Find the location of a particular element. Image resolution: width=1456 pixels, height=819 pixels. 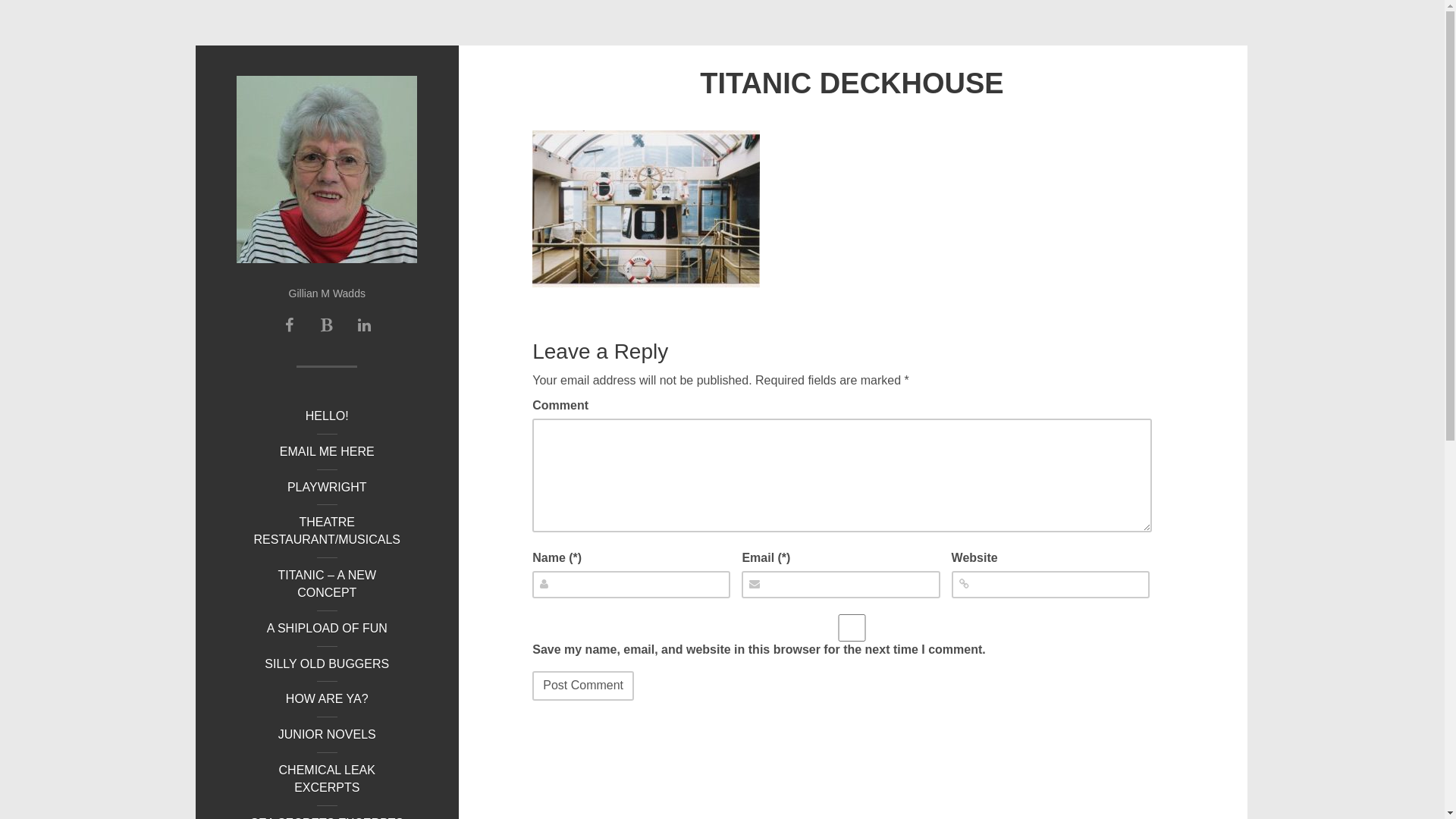

'A SHIPLOAD OF FUN' is located at coordinates (326, 629).